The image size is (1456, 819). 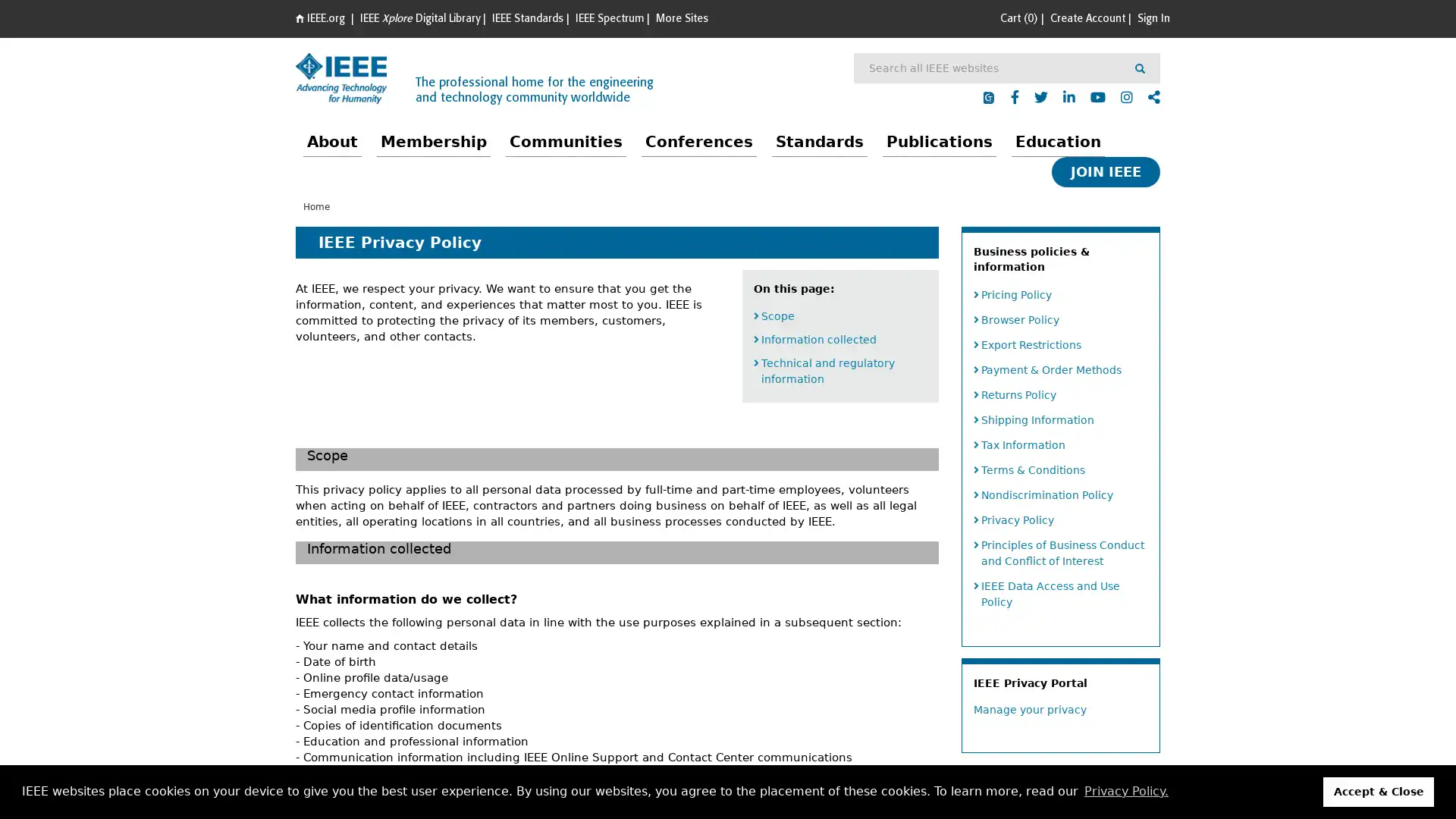 What do you see at coordinates (1125, 791) in the screenshot?
I see `learn more about cookies` at bounding box center [1125, 791].